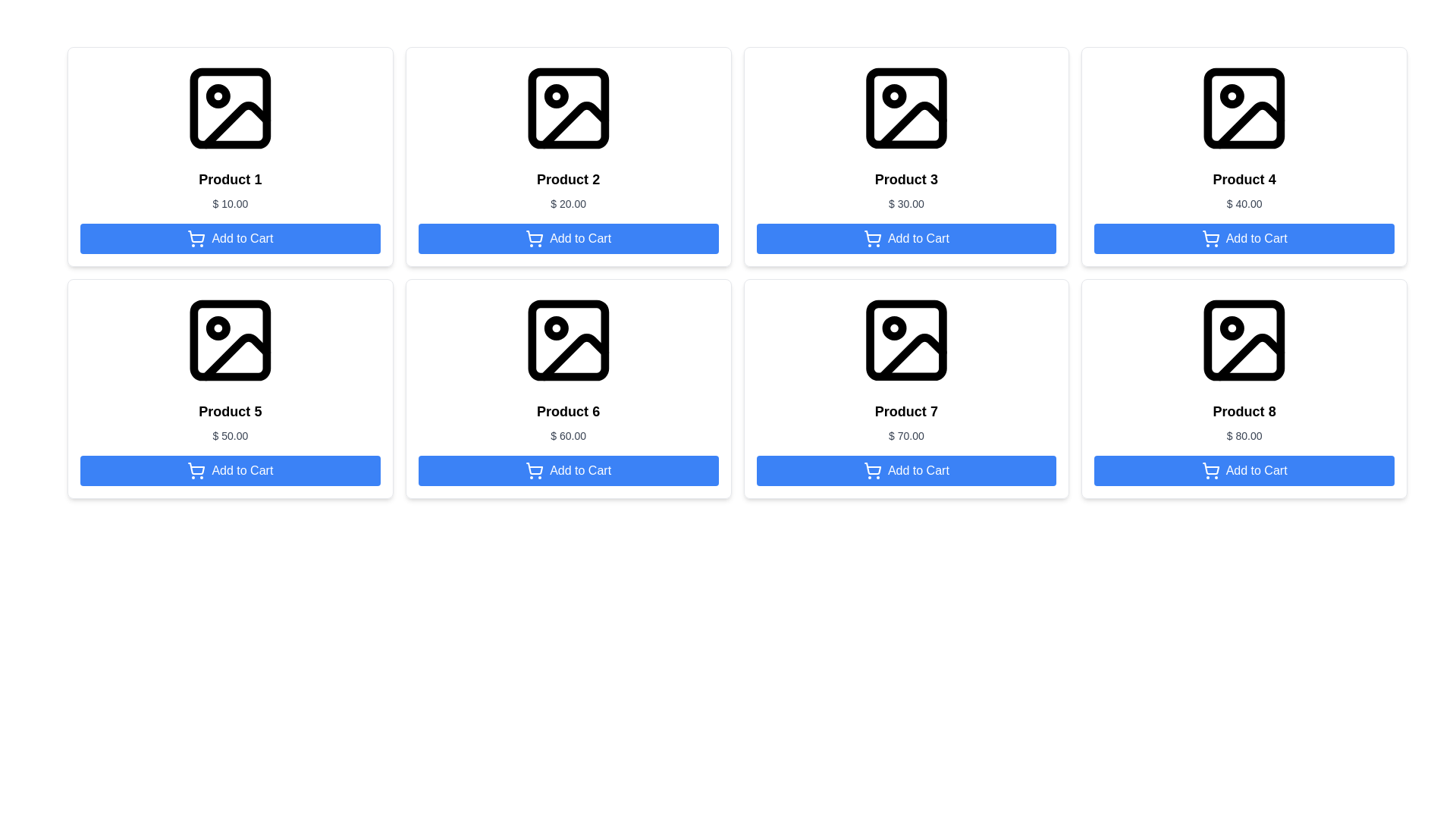 The image size is (1456, 819). I want to click on the text label displaying the price '$ 80.00' located below the product name 'Product 8' and above the 'Add to Cart' button, so click(1244, 435).